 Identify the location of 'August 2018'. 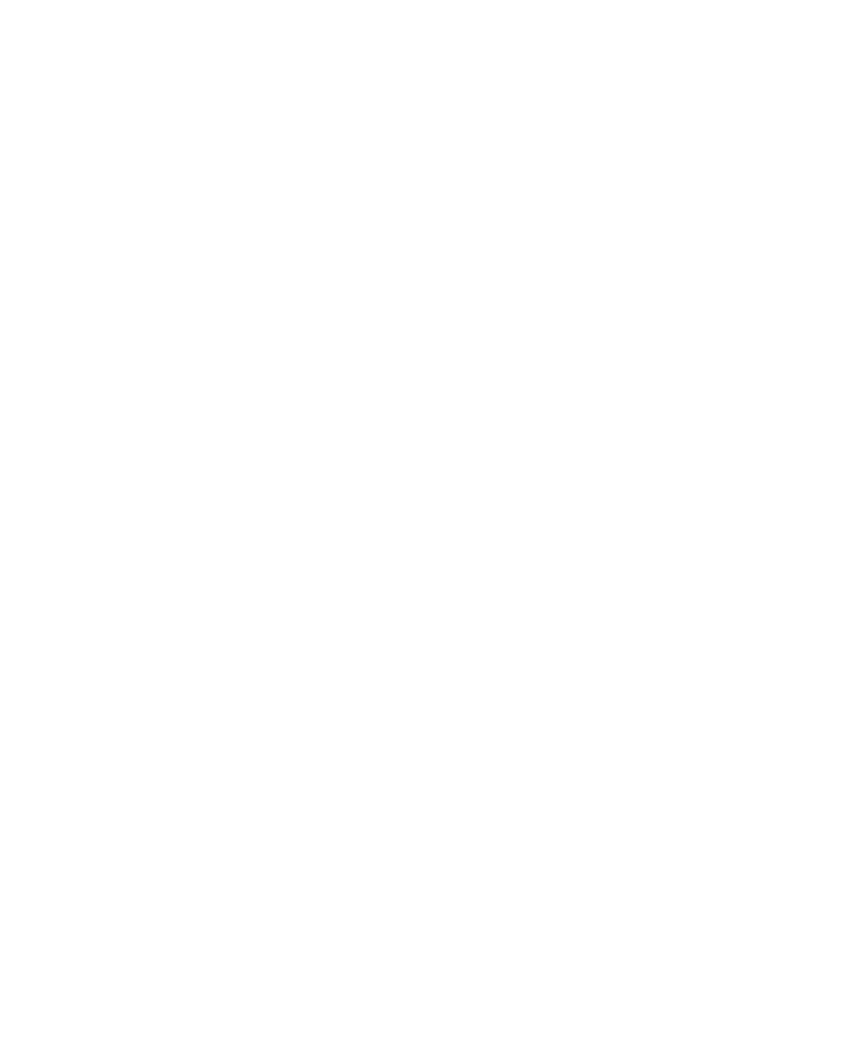
(133, 768).